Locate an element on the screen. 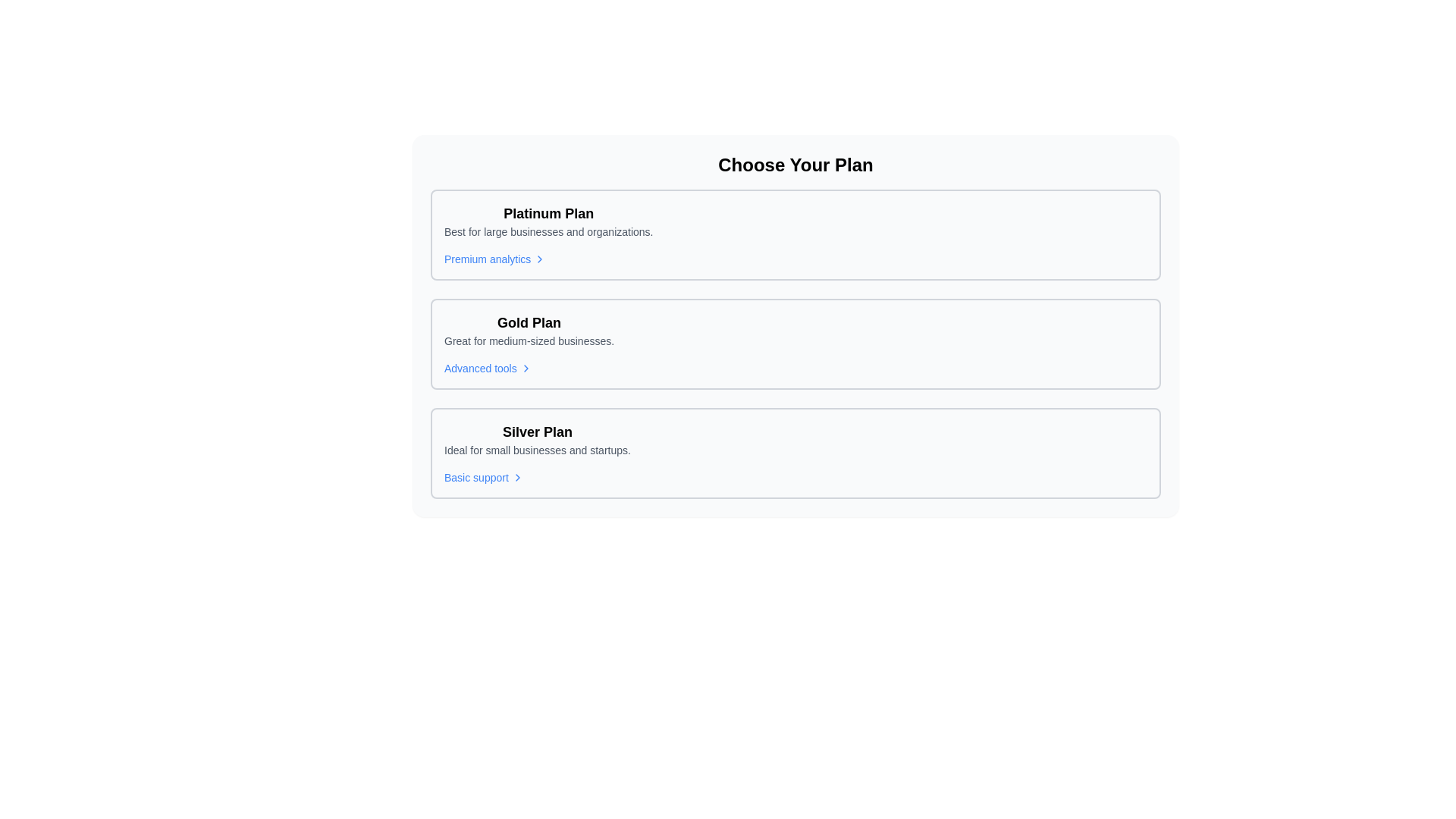 The height and width of the screenshot is (819, 1456). the interactive icon located immediately to the right of the 'Premium analytics' text in the upper section of the interface, which is part of the 'Platinum Plan' is located at coordinates (540, 259).